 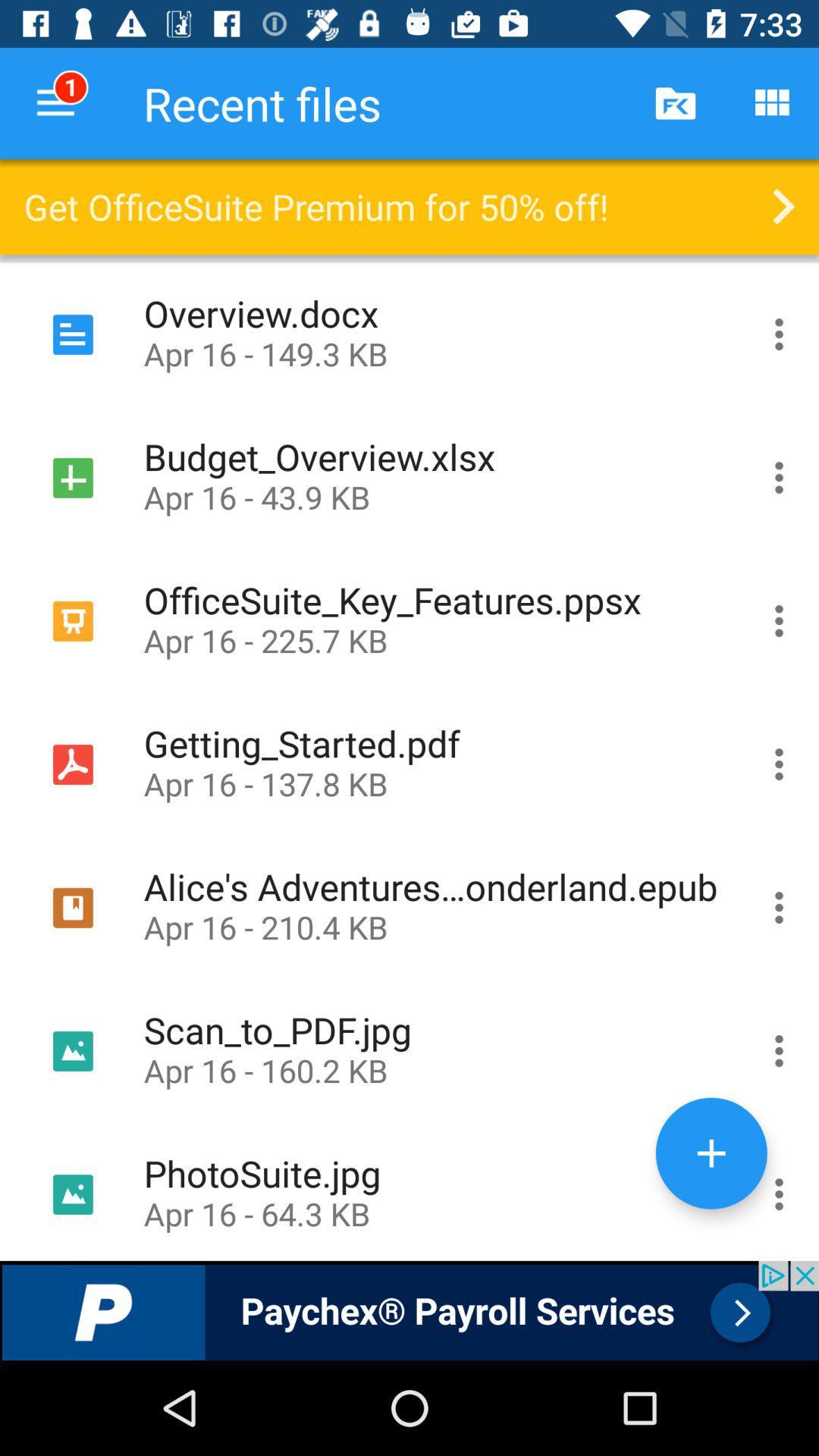 What do you see at coordinates (711, 1153) in the screenshot?
I see `the add icon` at bounding box center [711, 1153].